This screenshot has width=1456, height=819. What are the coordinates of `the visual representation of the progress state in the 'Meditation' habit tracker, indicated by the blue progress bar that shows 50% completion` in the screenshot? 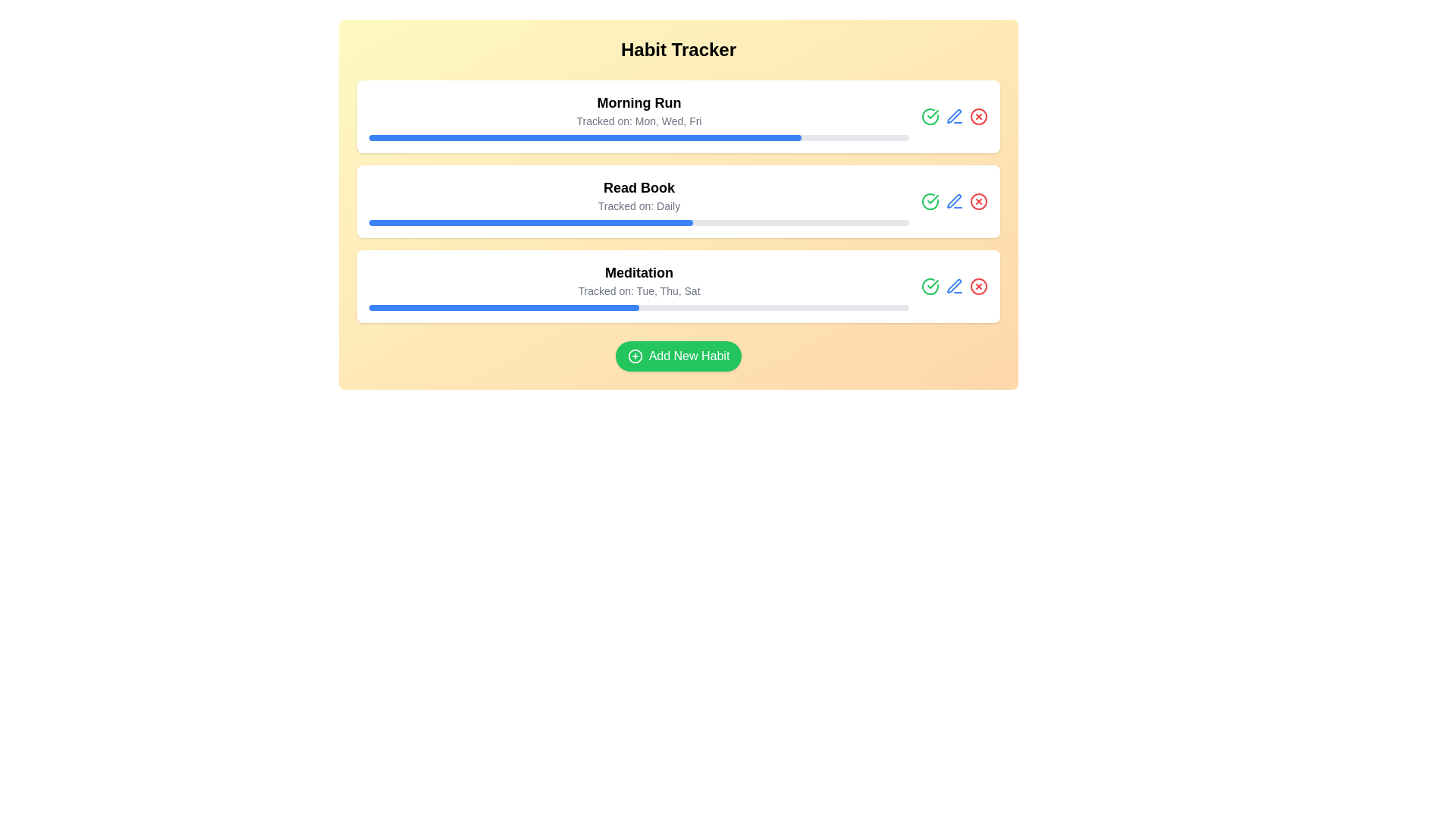 It's located at (504, 307).